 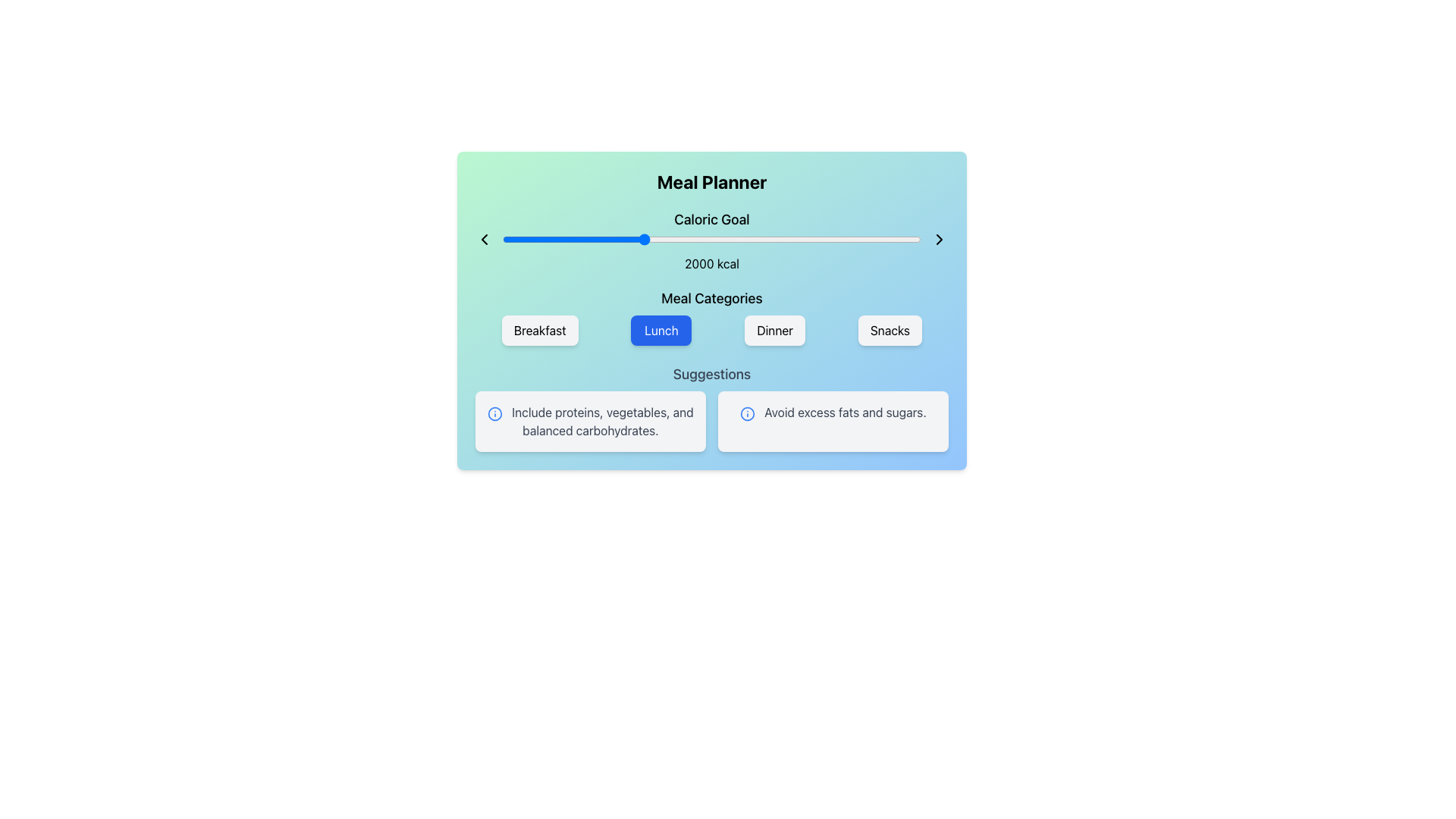 What do you see at coordinates (833, 421) in the screenshot?
I see `the informational block containing the text 'Avoid excess fats and sugars' which is styled with a light gray background and rounded corners, located in the Meal Planner section as the second suggestion` at bounding box center [833, 421].